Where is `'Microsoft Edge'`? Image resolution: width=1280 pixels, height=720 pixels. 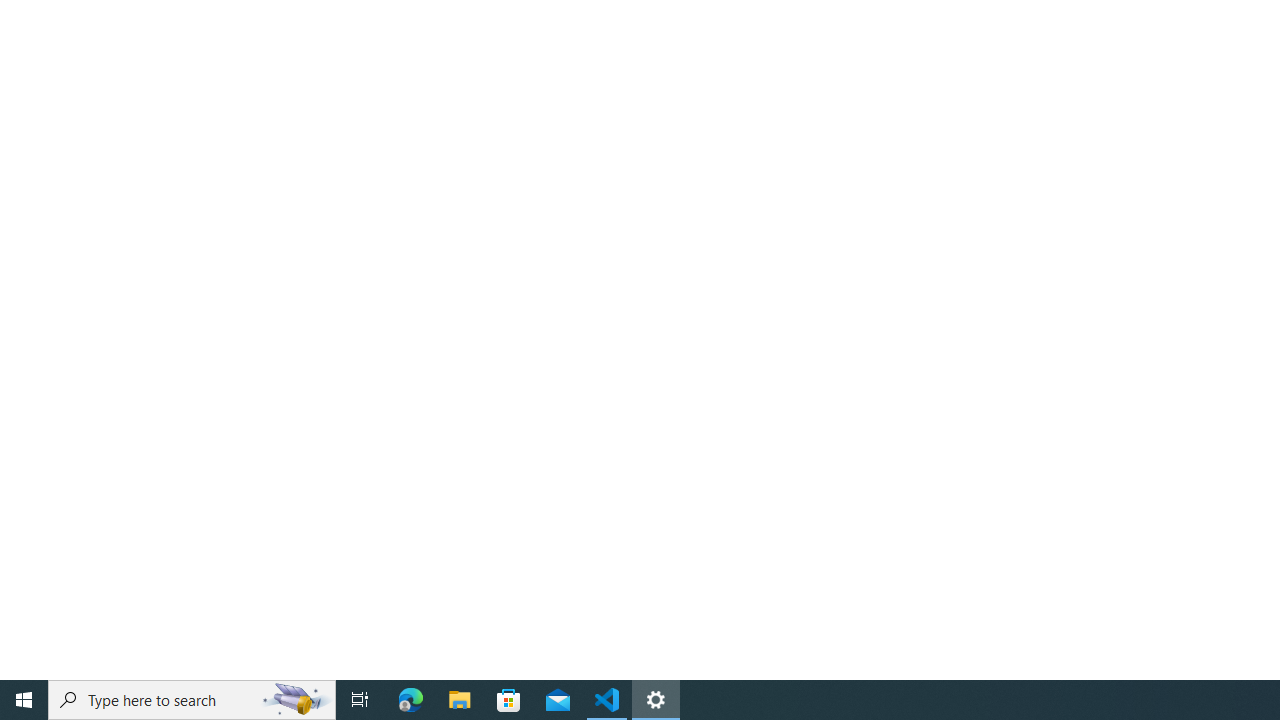
'Microsoft Edge' is located at coordinates (410, 698).